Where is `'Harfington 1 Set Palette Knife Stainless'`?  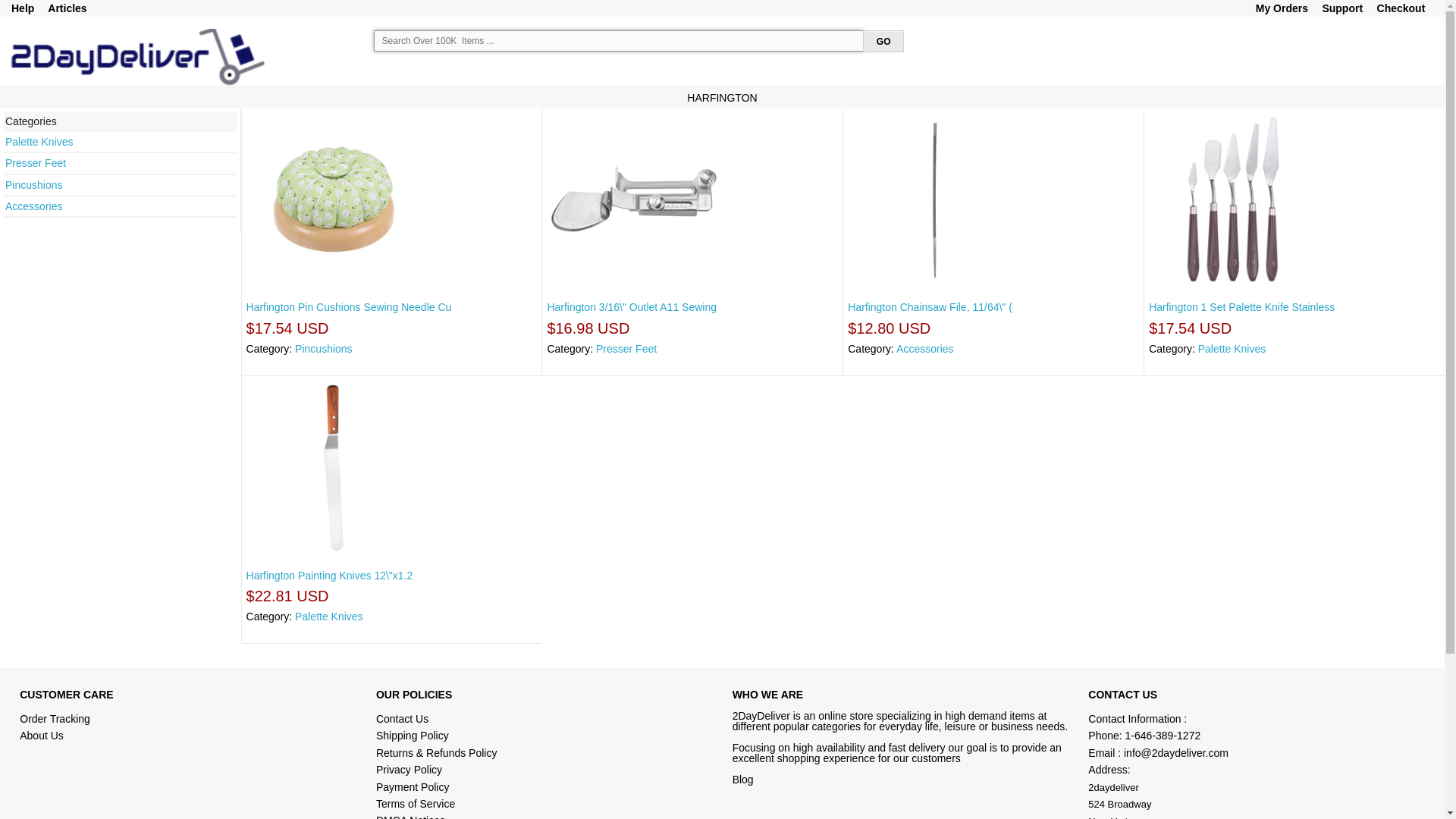 'Harfington 1 Set Palette Knife Stainless' is located at coordinates (1241, 307).